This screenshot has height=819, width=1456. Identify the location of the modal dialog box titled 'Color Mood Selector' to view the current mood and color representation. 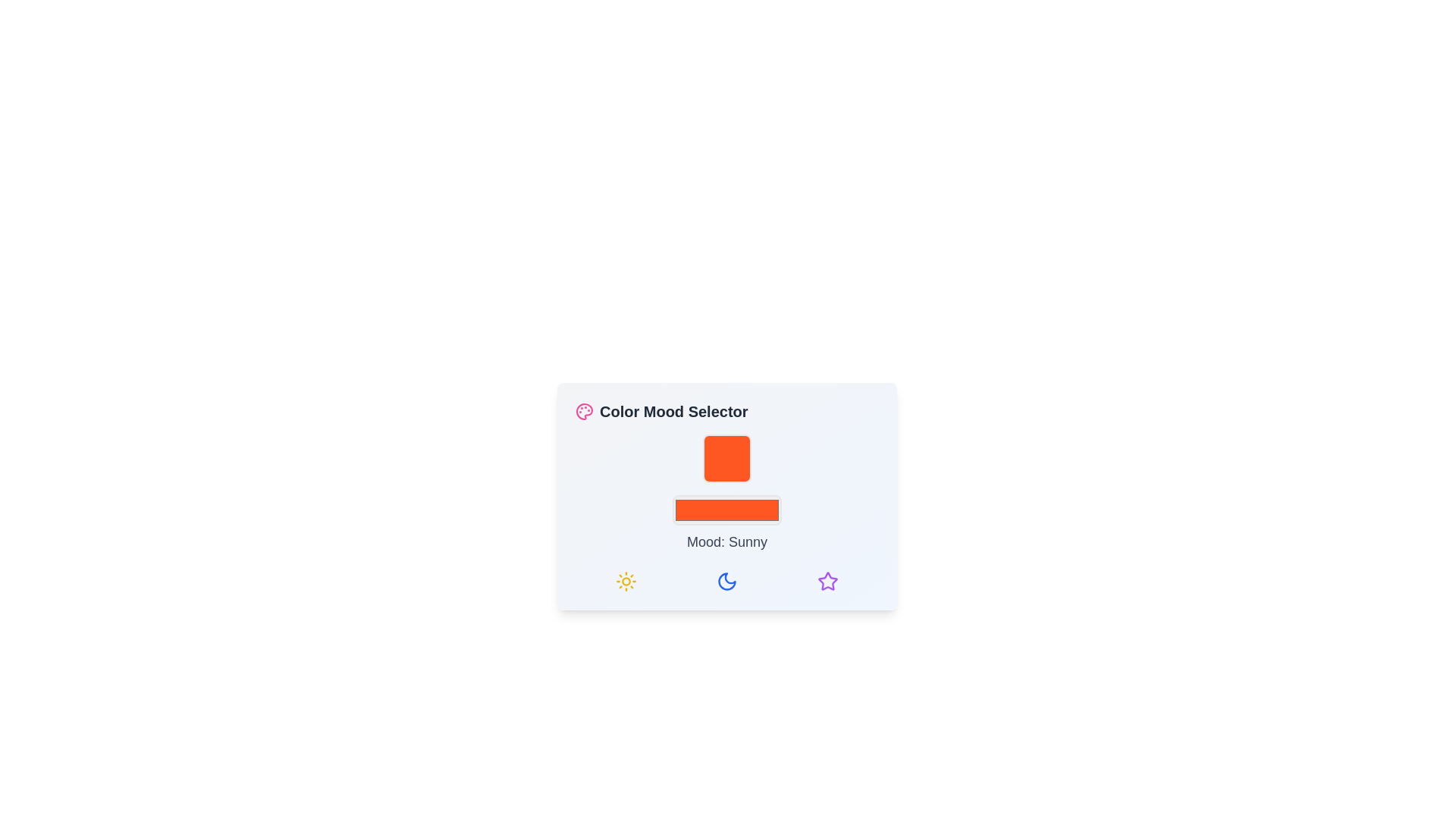
(726, 542).